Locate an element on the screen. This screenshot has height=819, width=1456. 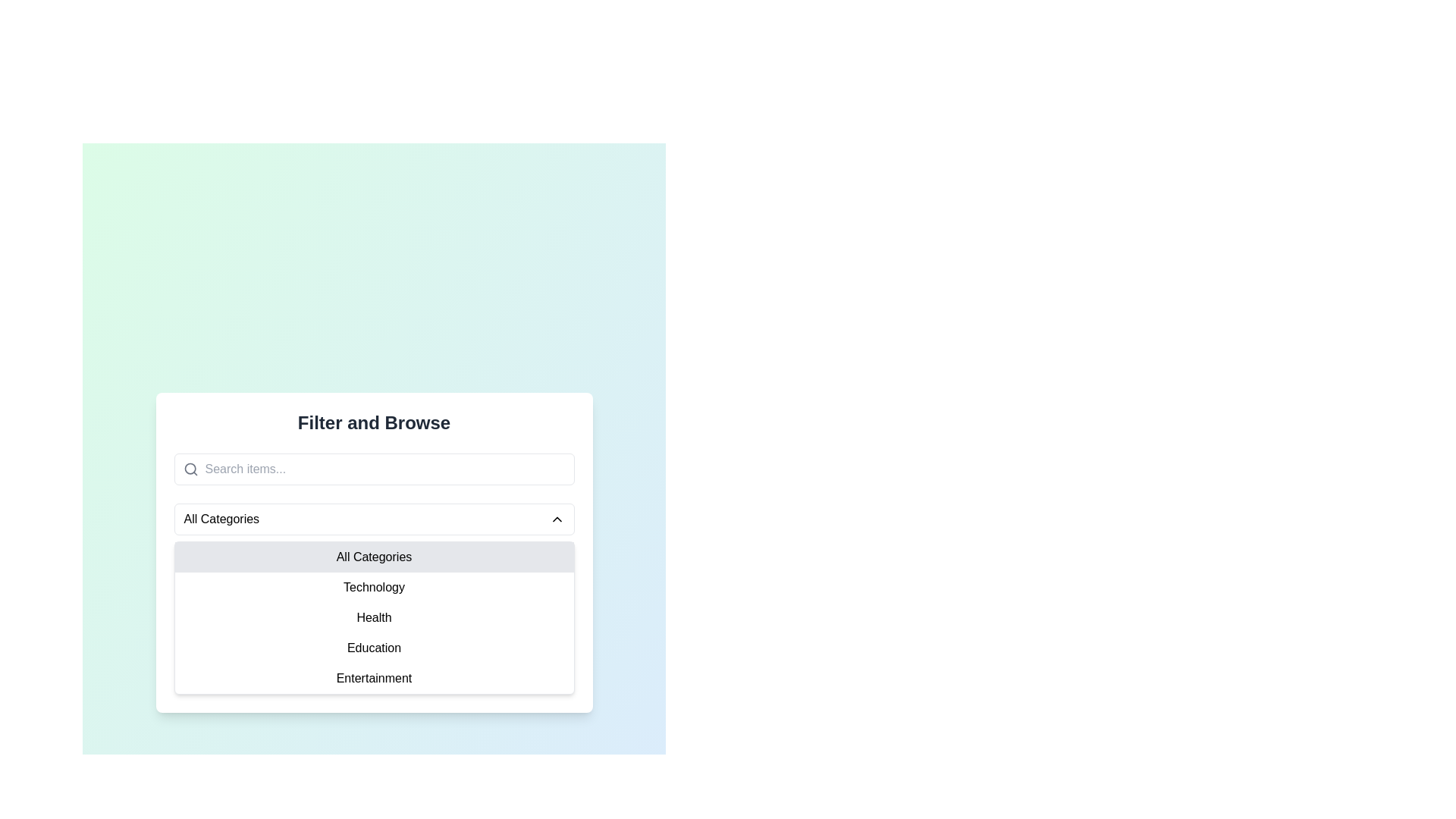
the fifth item in the dropdown menu titled 'Filter and Browse' is located at coordinates (374, 677).